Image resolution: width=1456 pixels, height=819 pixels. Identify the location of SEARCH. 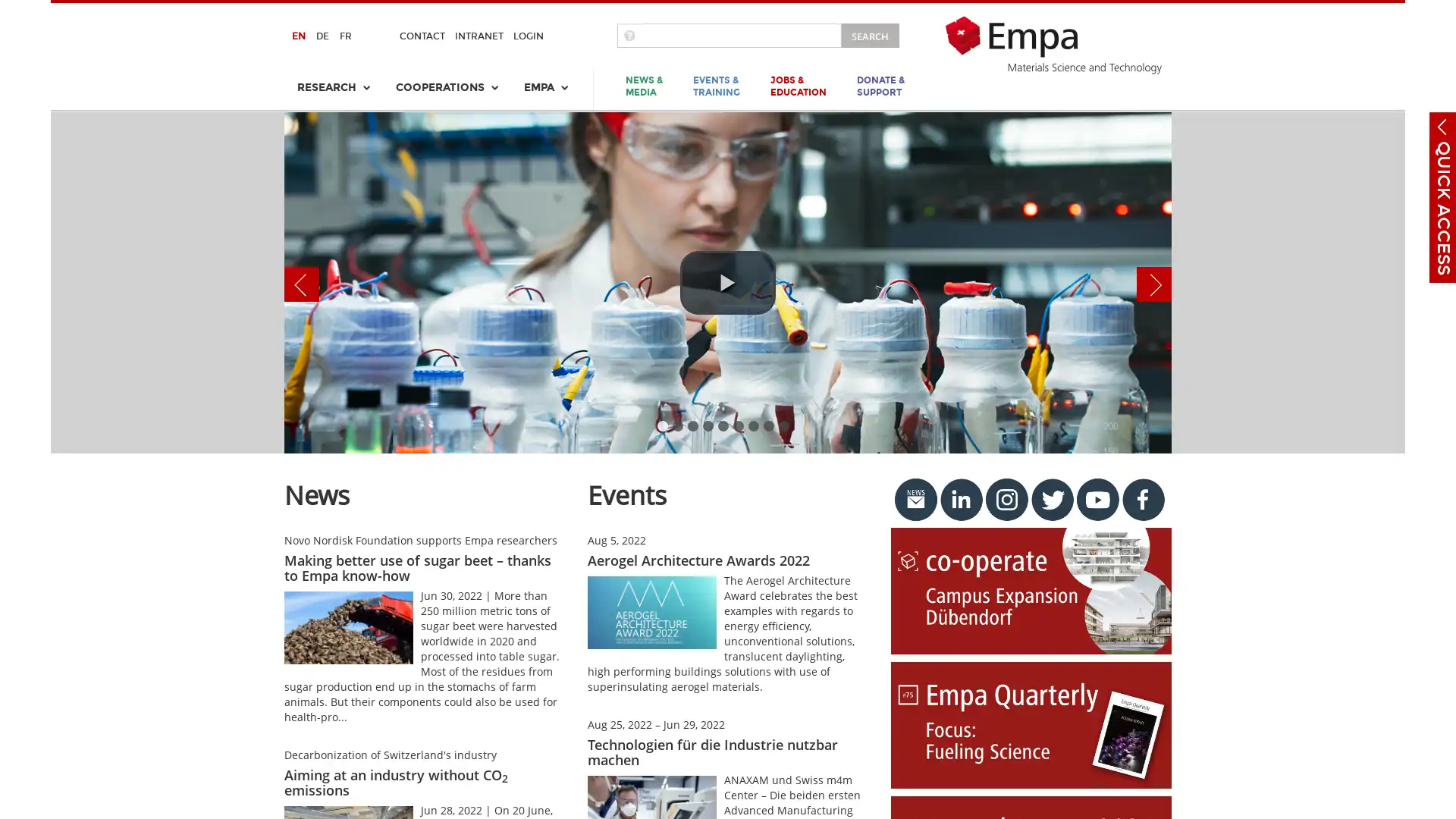
(870, 34).